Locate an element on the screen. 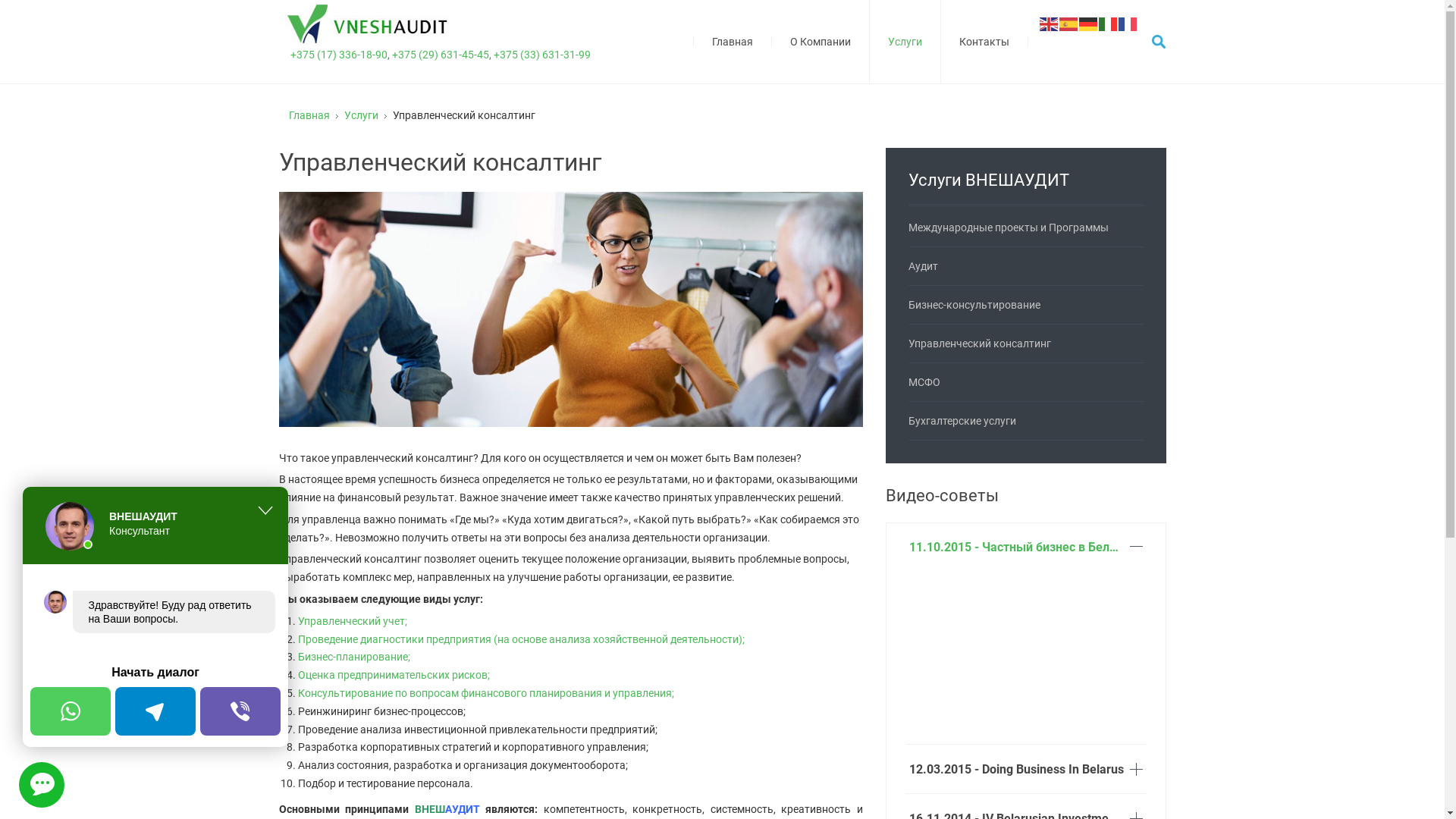  '+375 (33) 631-31-99' is located at coordinates (541, 54).